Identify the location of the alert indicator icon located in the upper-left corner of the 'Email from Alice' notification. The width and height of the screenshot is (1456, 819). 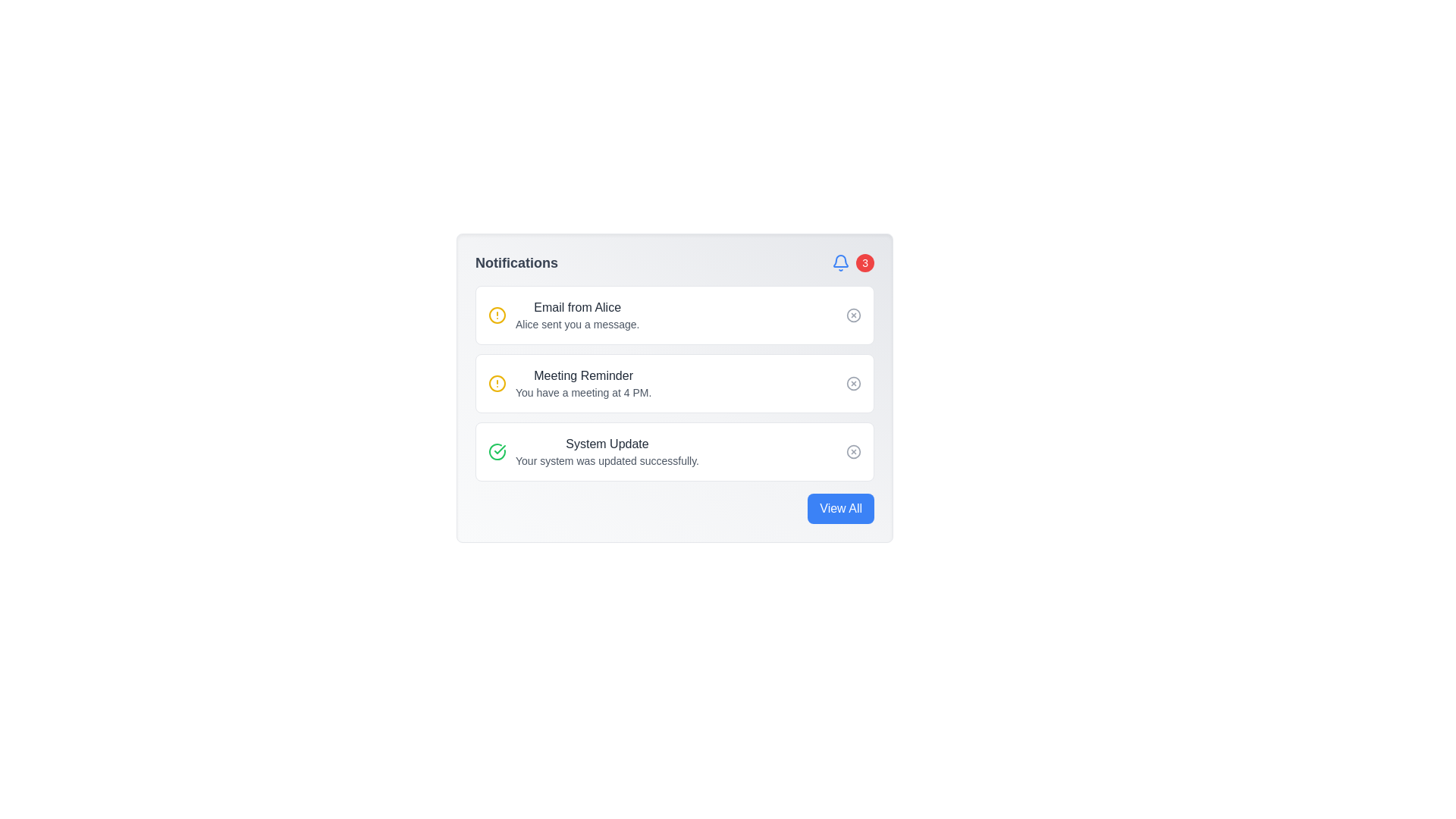
(497, 315).